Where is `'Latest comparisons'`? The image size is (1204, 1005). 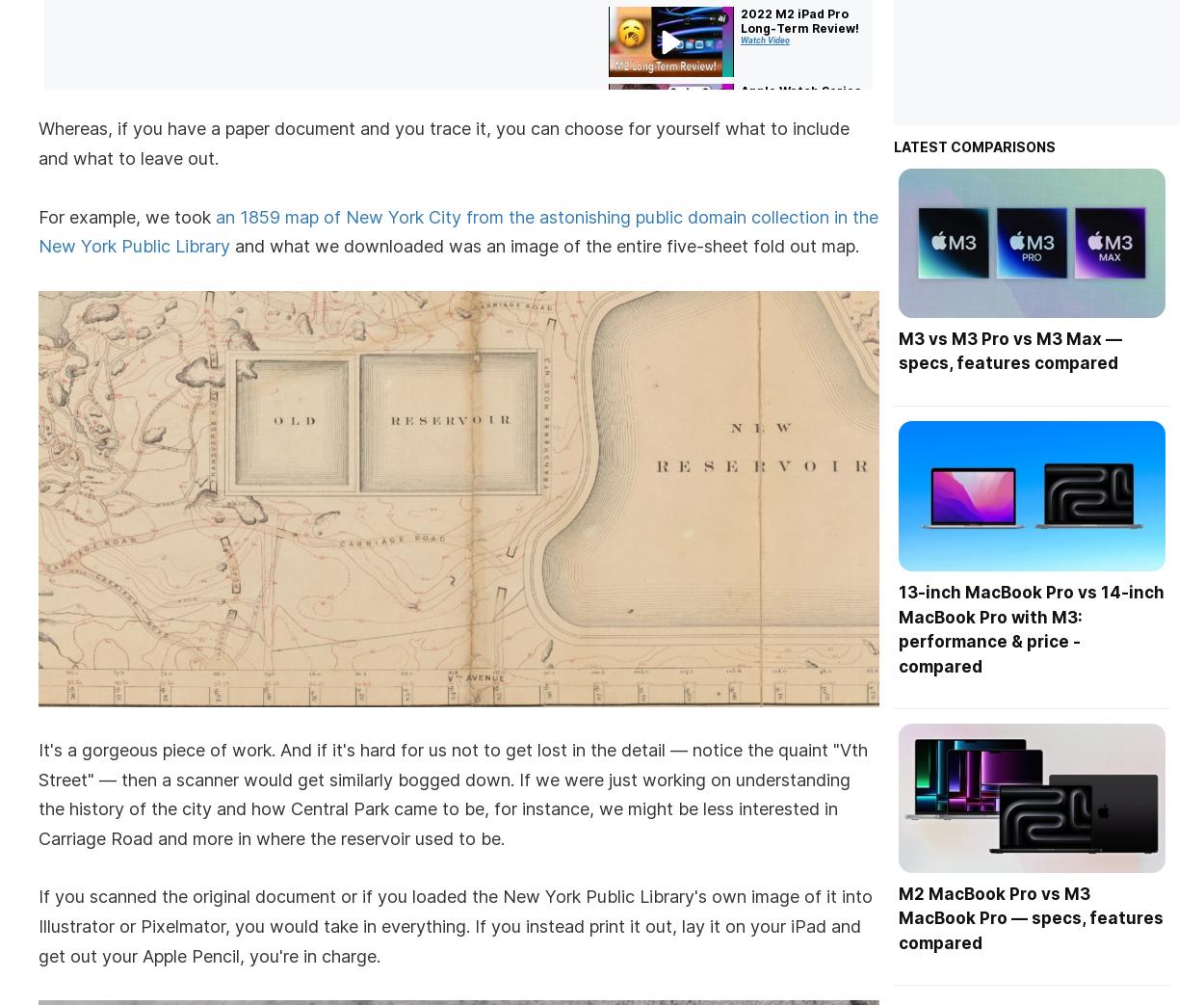
'Latest comparisons' is located at coordinates (974, 145).